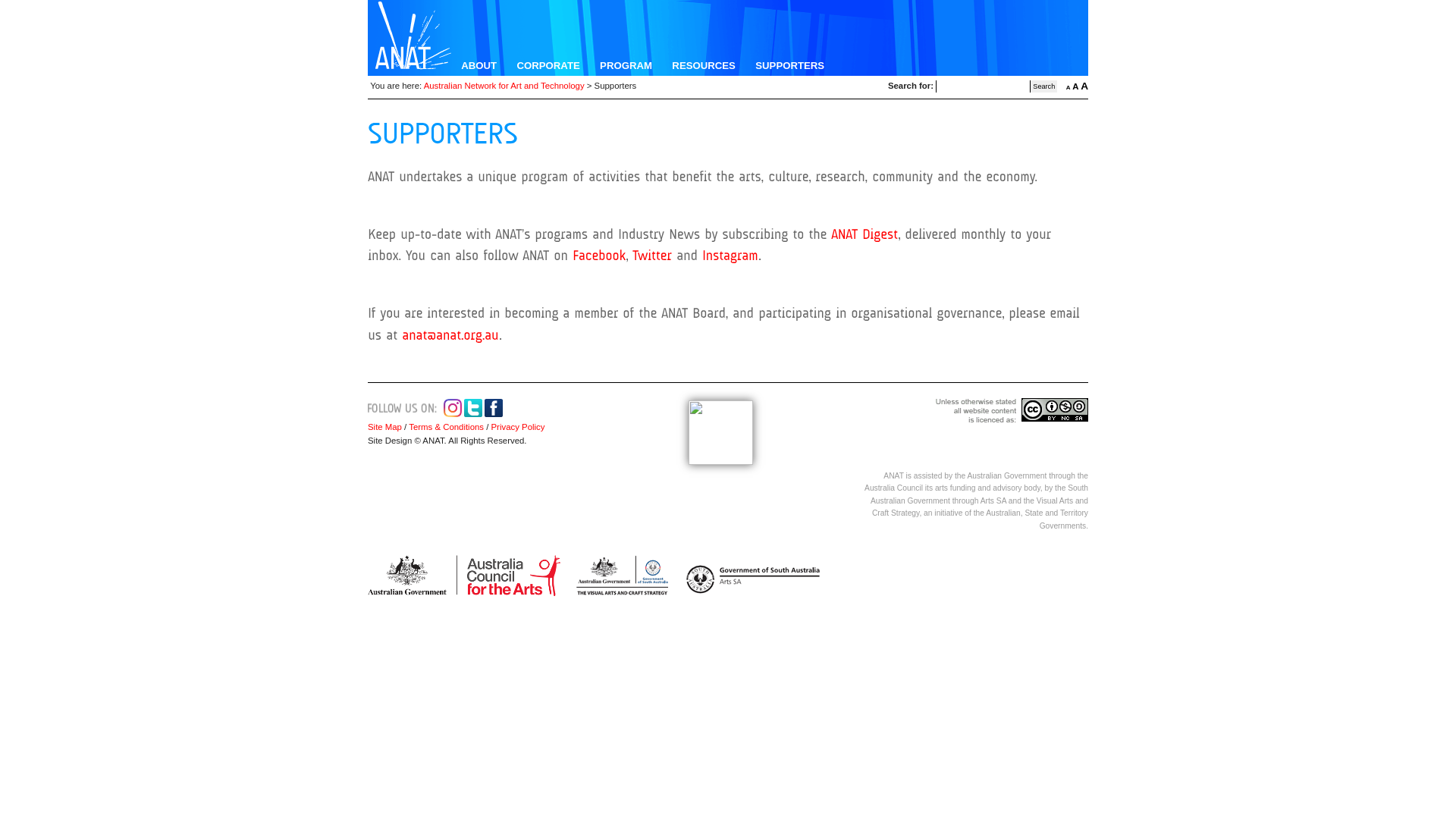 The width and height of the screenshot is (1456, 819). What do you see at coordinates (626, 64) in the screenshot?
I see `'PROGRAM'` at bounding box center [626, 64].